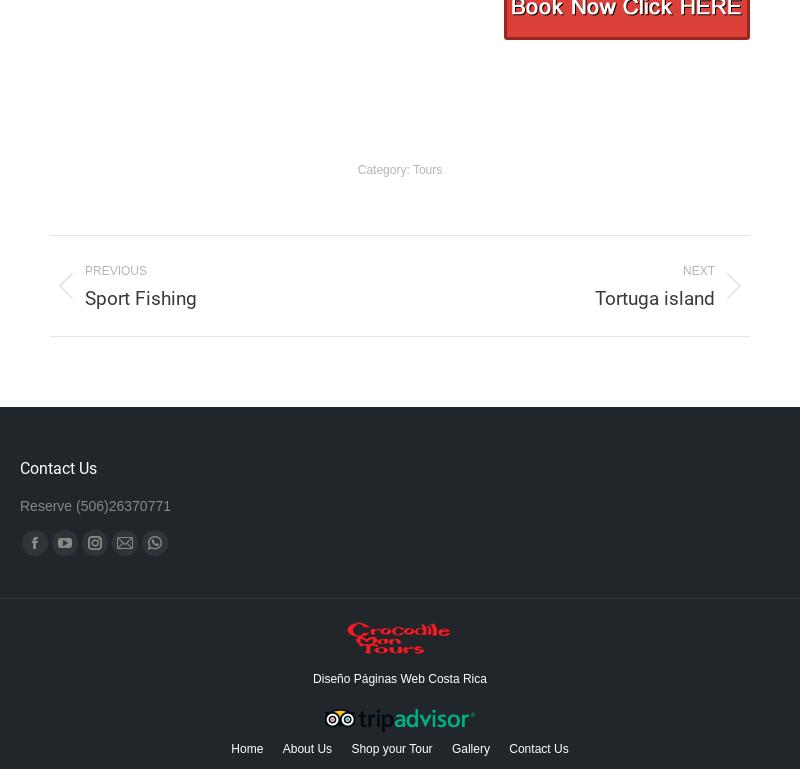  Describe the element at coordinates (390, 712) in the screenshot. I see `'Checkout'` at that location.